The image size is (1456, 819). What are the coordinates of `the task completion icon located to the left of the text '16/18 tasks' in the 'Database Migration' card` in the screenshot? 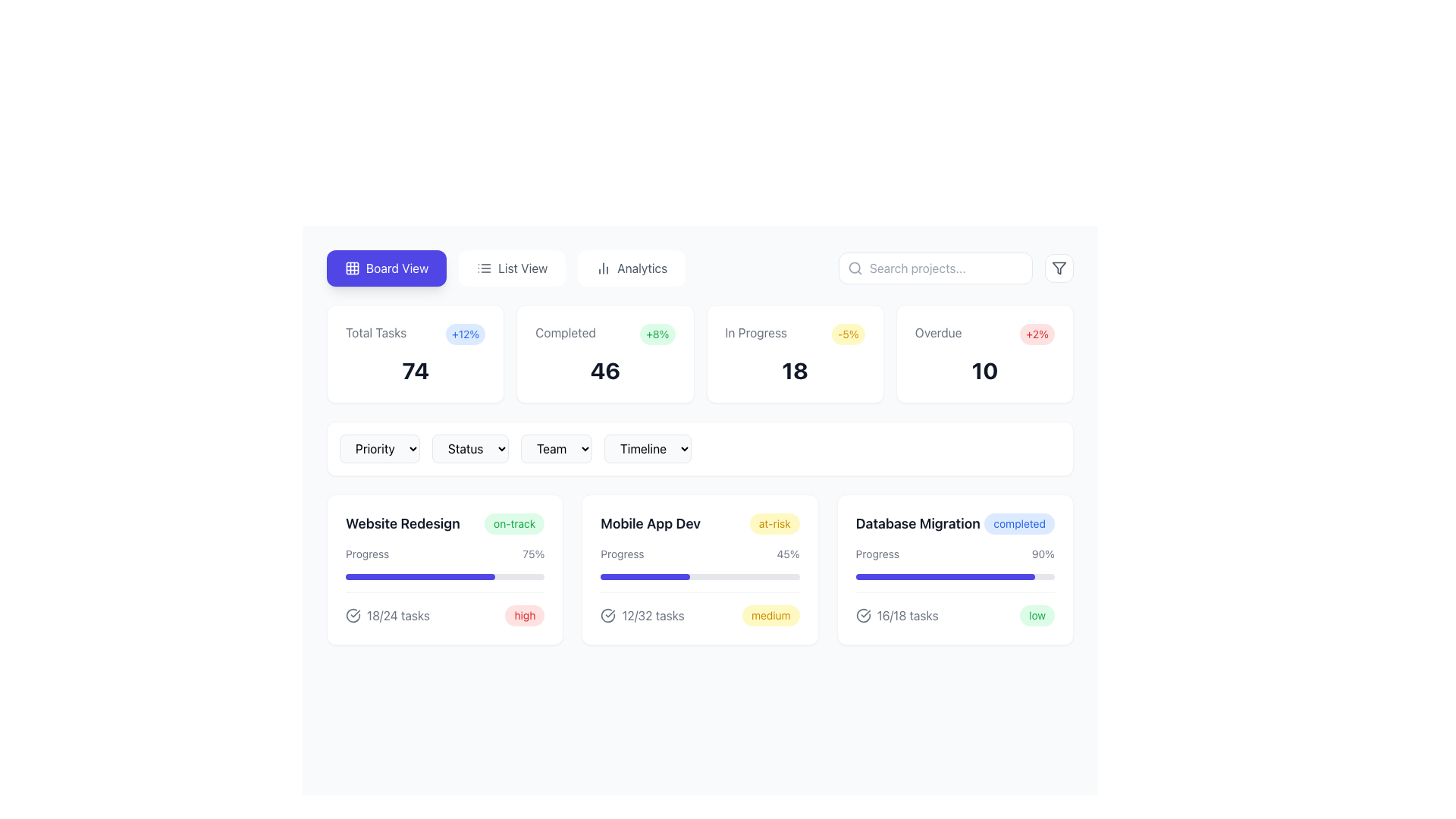 It's located at (863, 616).